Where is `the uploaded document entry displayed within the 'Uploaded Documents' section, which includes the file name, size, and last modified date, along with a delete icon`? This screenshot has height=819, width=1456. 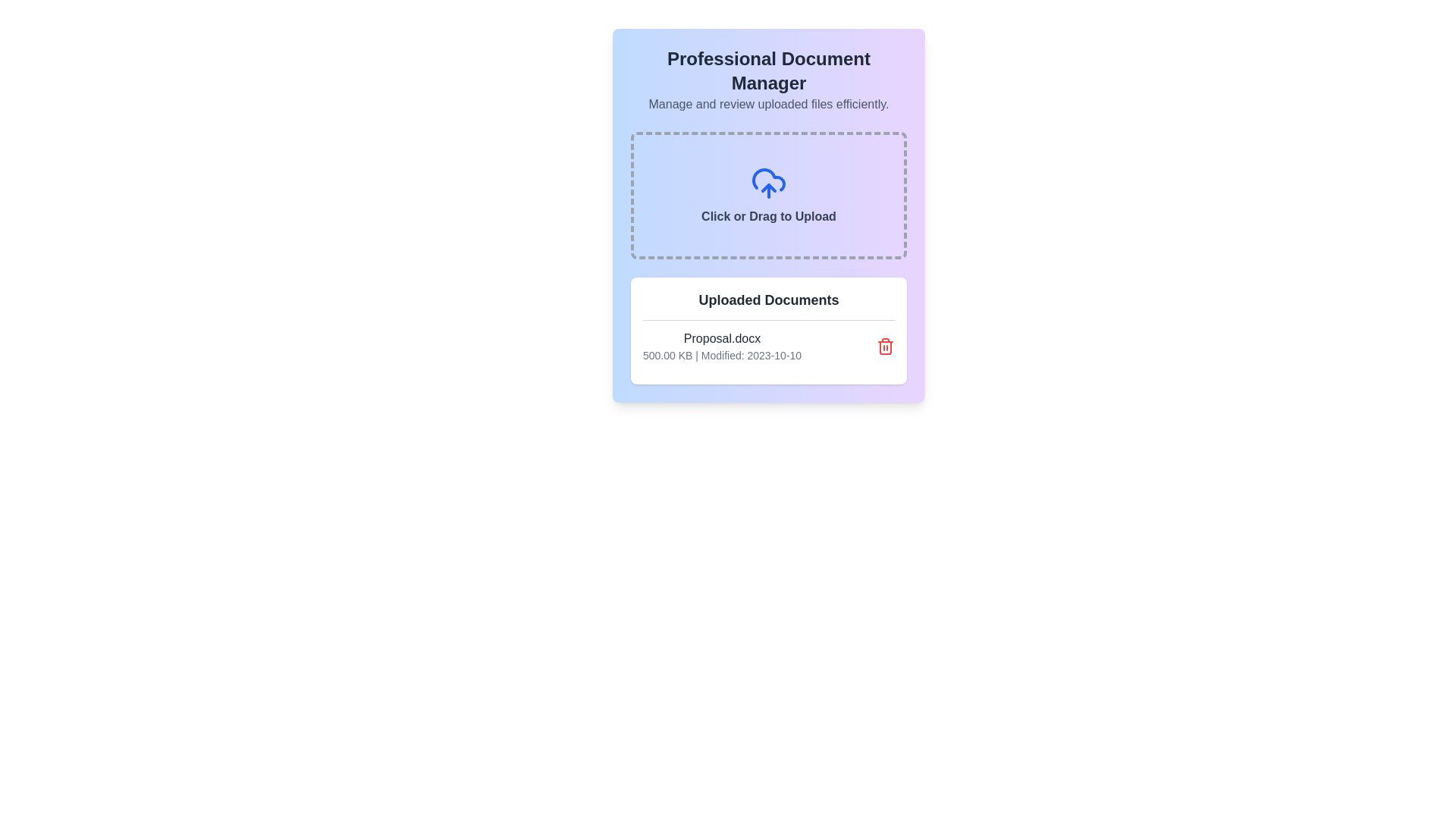 the uploaded document entry displayed within the 'Uploaded Documents' section, which includes the file name, size, and last modified date, along with a delete icon is located at coordinates (768, 346).